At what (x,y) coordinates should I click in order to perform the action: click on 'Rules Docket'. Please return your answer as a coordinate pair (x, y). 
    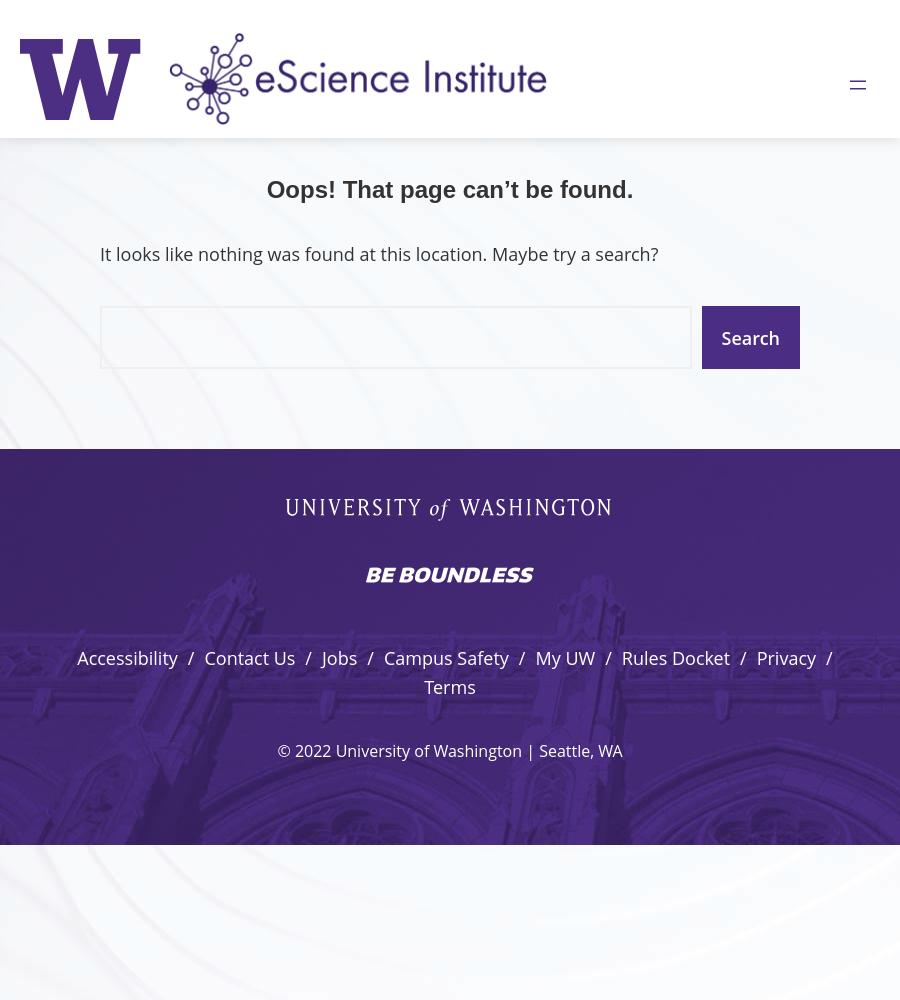
    Looking at the image, I should click on (675, 658).